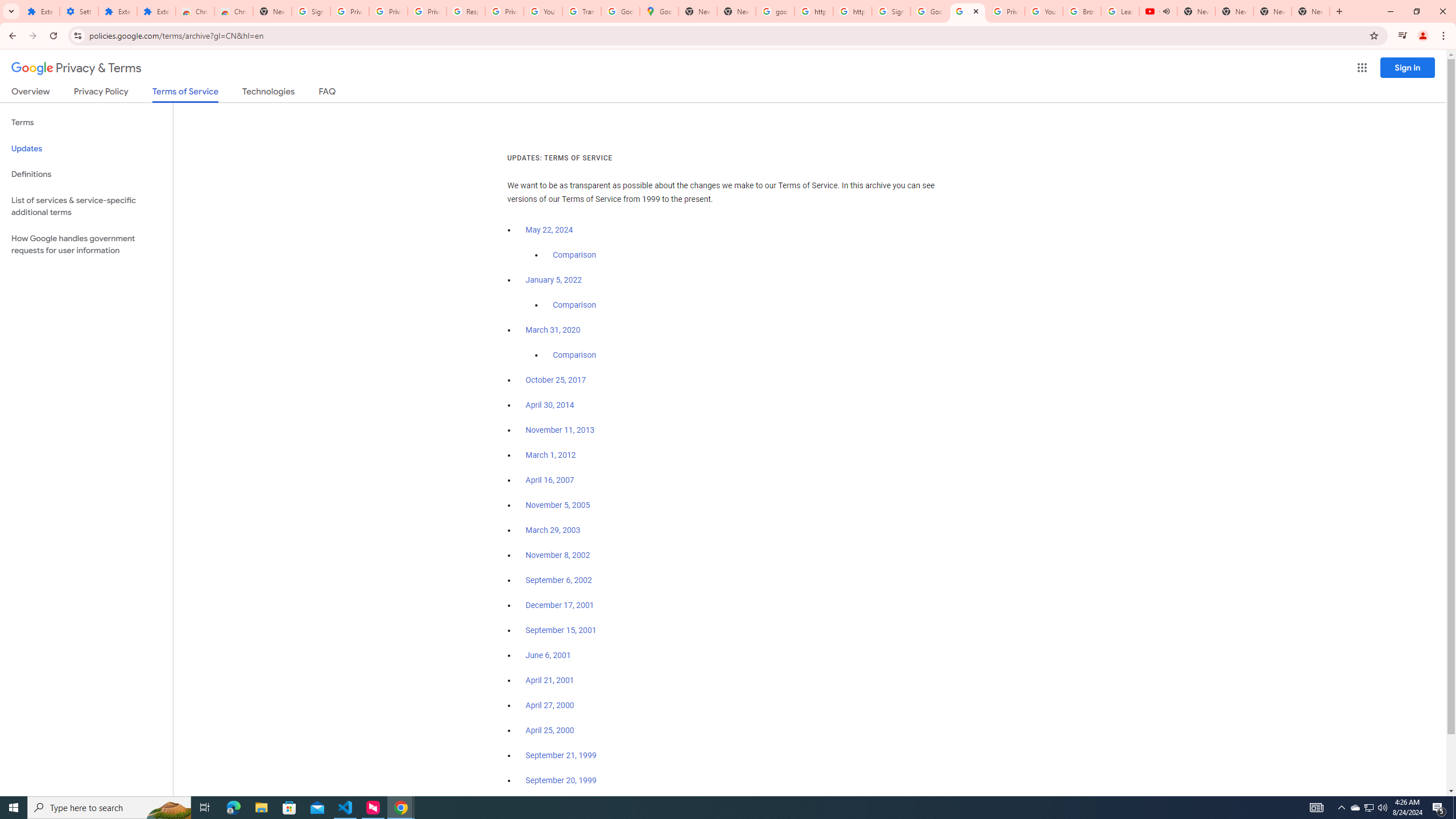  I want to click on 'New Tab', so click(1310, 11).